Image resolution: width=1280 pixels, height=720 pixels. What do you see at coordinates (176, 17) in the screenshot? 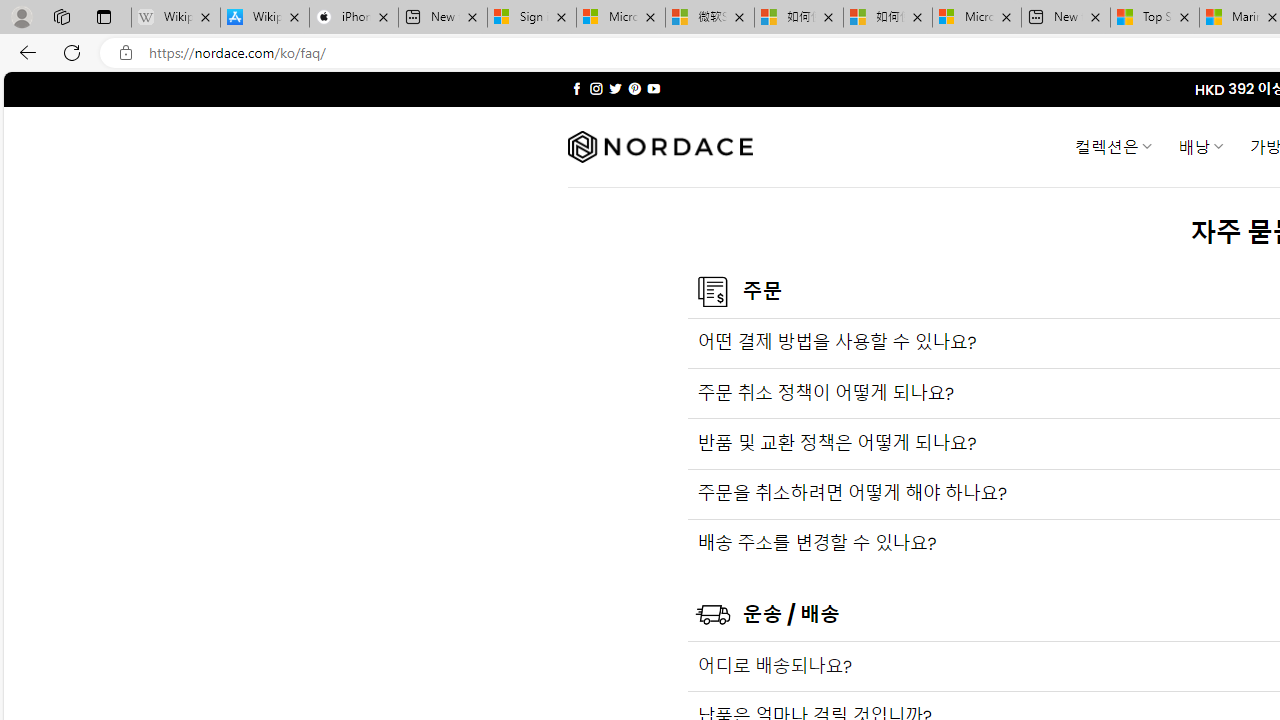
I see `'Wikipedia - Sleeping'` at bounding box center [176, 17].